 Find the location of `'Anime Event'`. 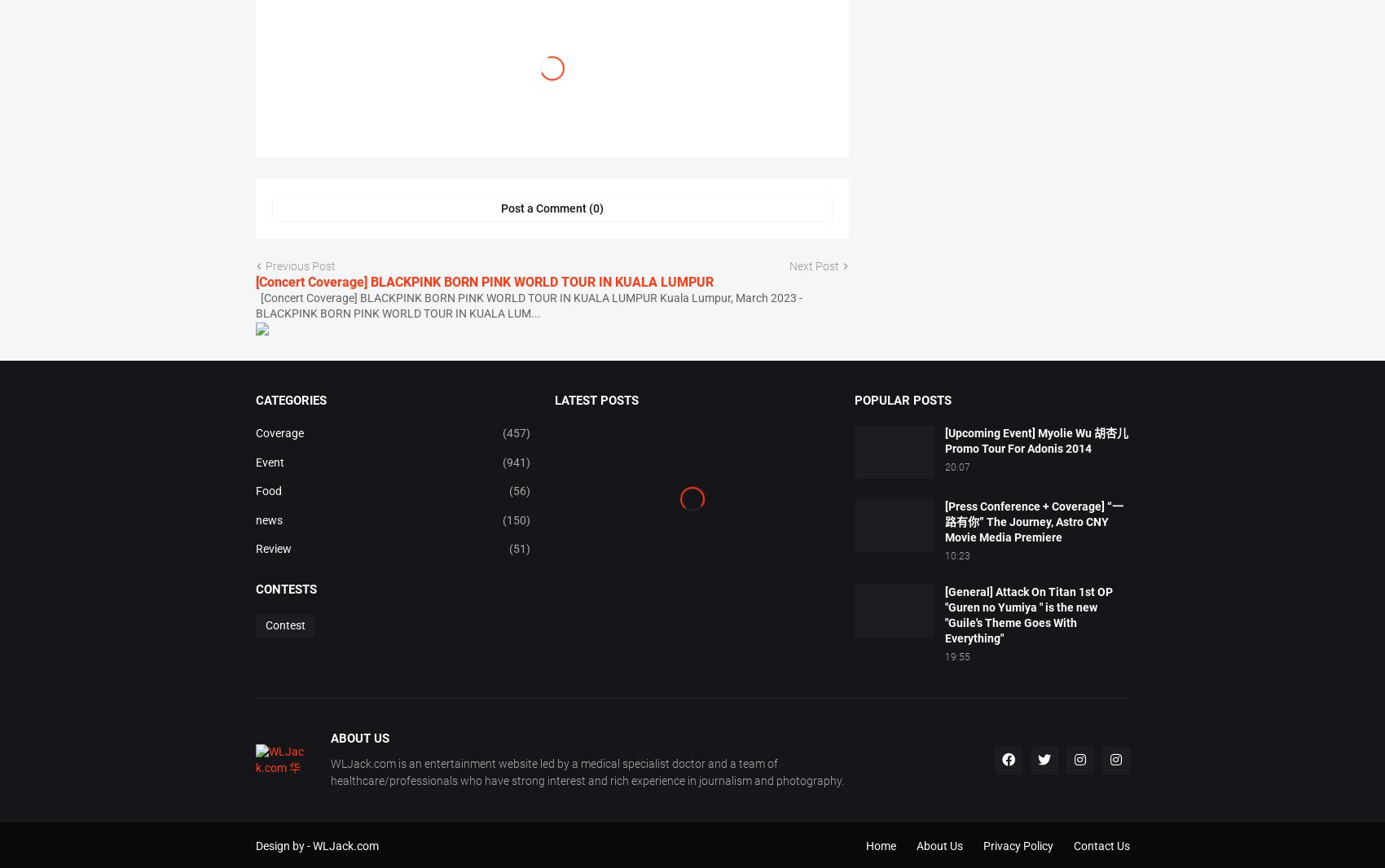

'Anime Event' is located at coordinates (496, 96).